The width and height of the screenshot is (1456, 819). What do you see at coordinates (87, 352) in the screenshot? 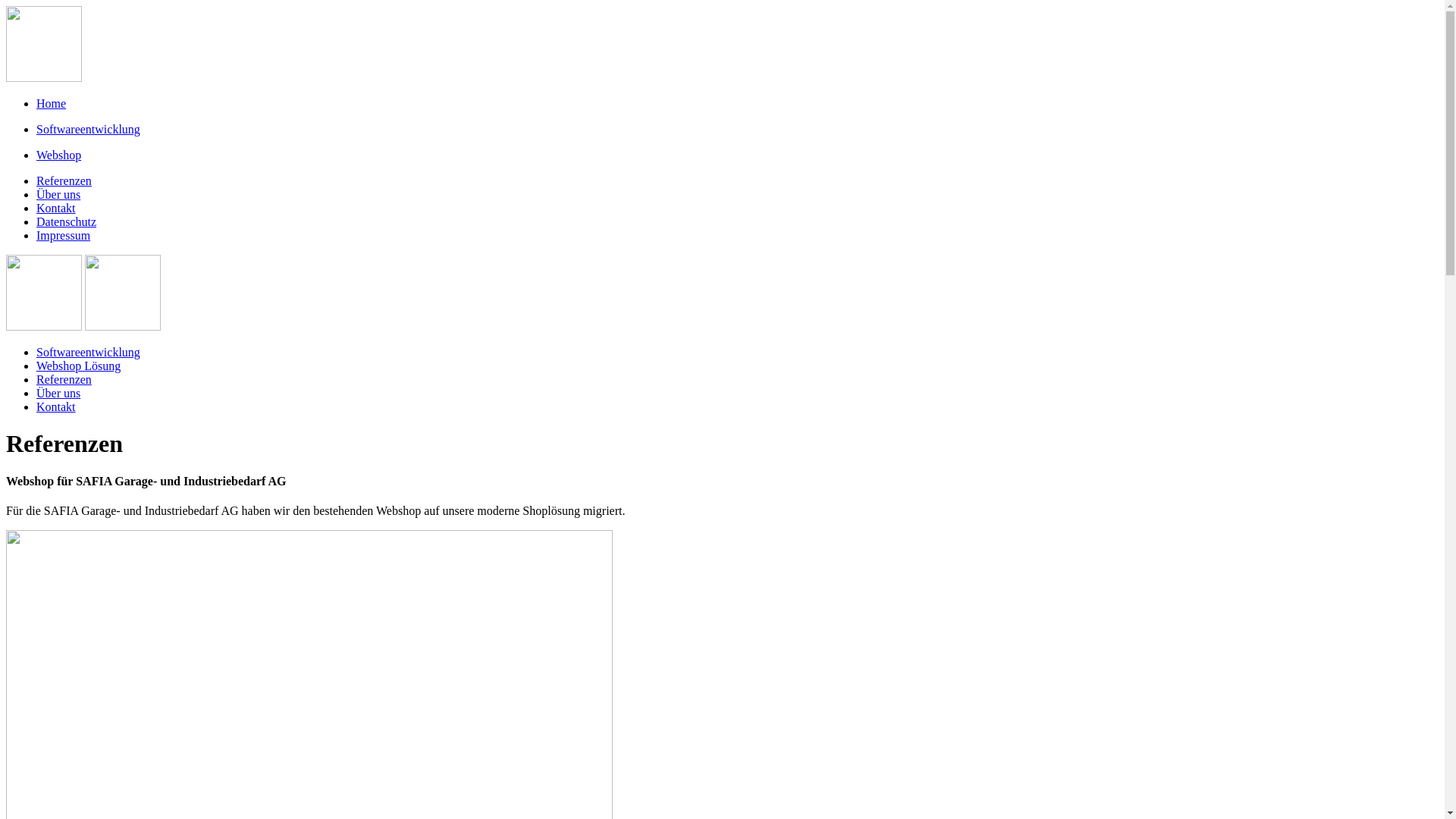
I see `'Softwareentwicklung'` at bounding box center [87, 352].